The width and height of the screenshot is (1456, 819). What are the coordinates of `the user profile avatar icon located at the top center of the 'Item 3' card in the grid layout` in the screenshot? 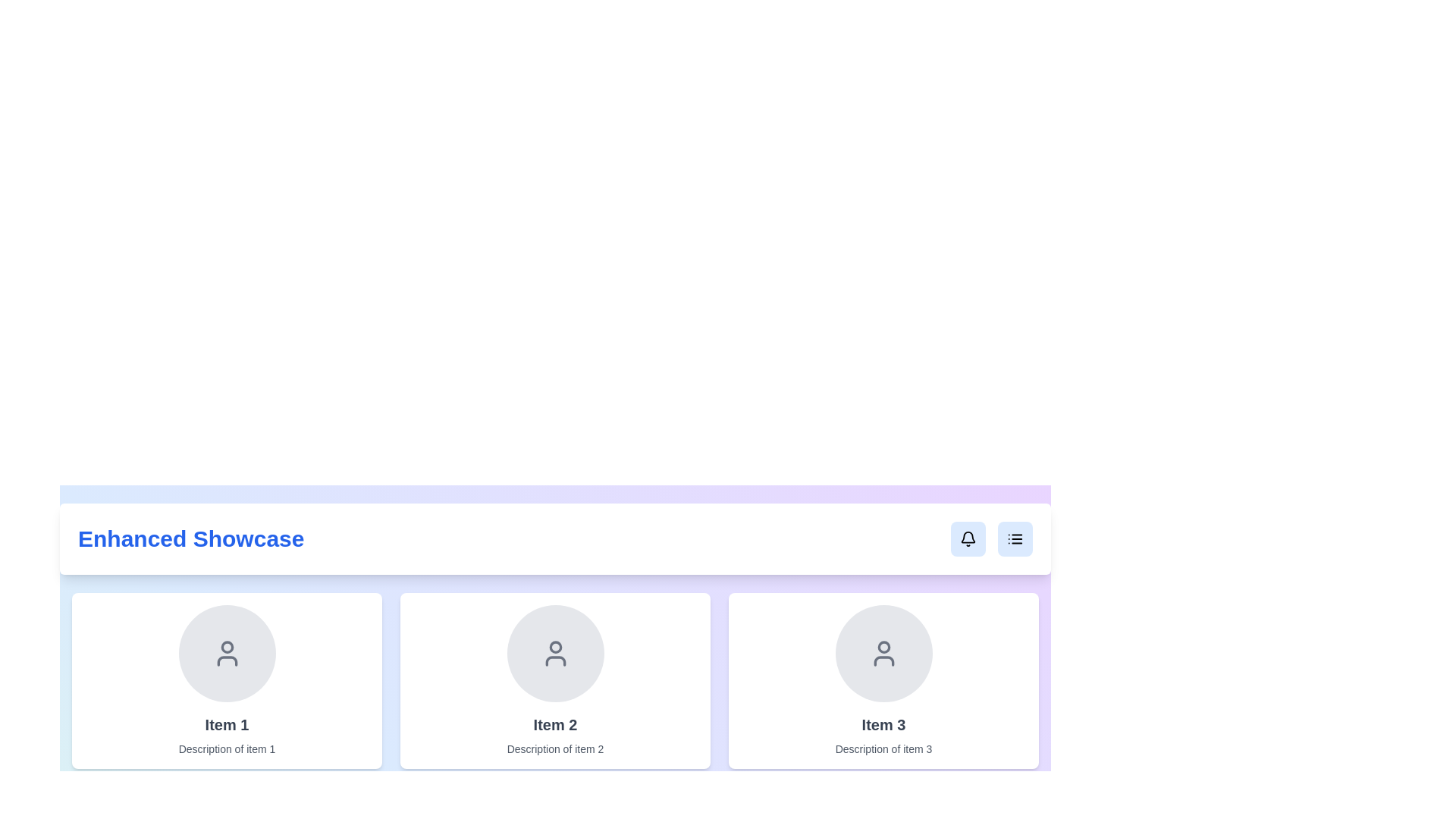 It's located at (883, 652).